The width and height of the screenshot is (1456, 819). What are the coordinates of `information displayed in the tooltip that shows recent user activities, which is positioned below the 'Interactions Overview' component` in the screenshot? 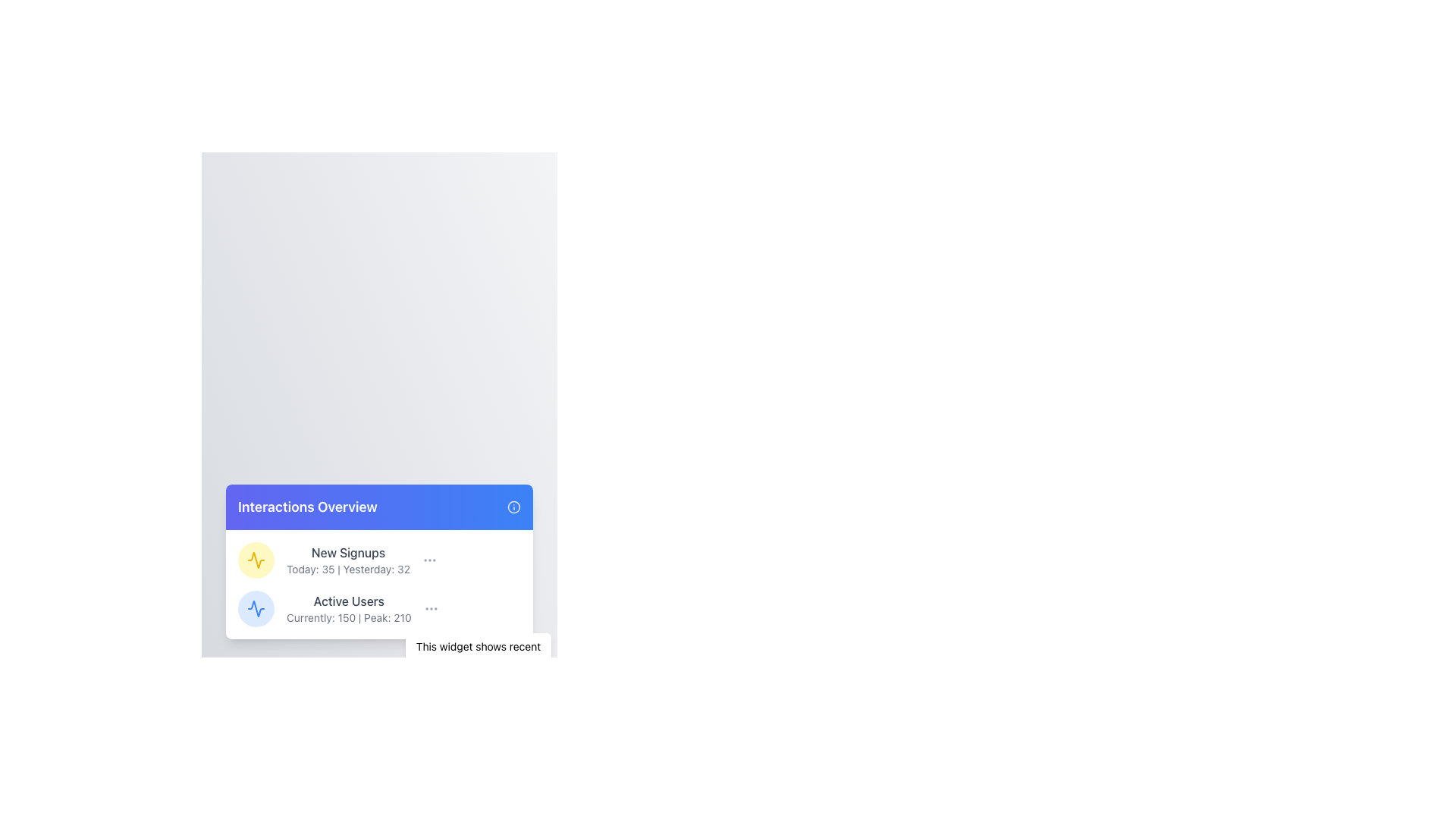 It's located at (477, 654).